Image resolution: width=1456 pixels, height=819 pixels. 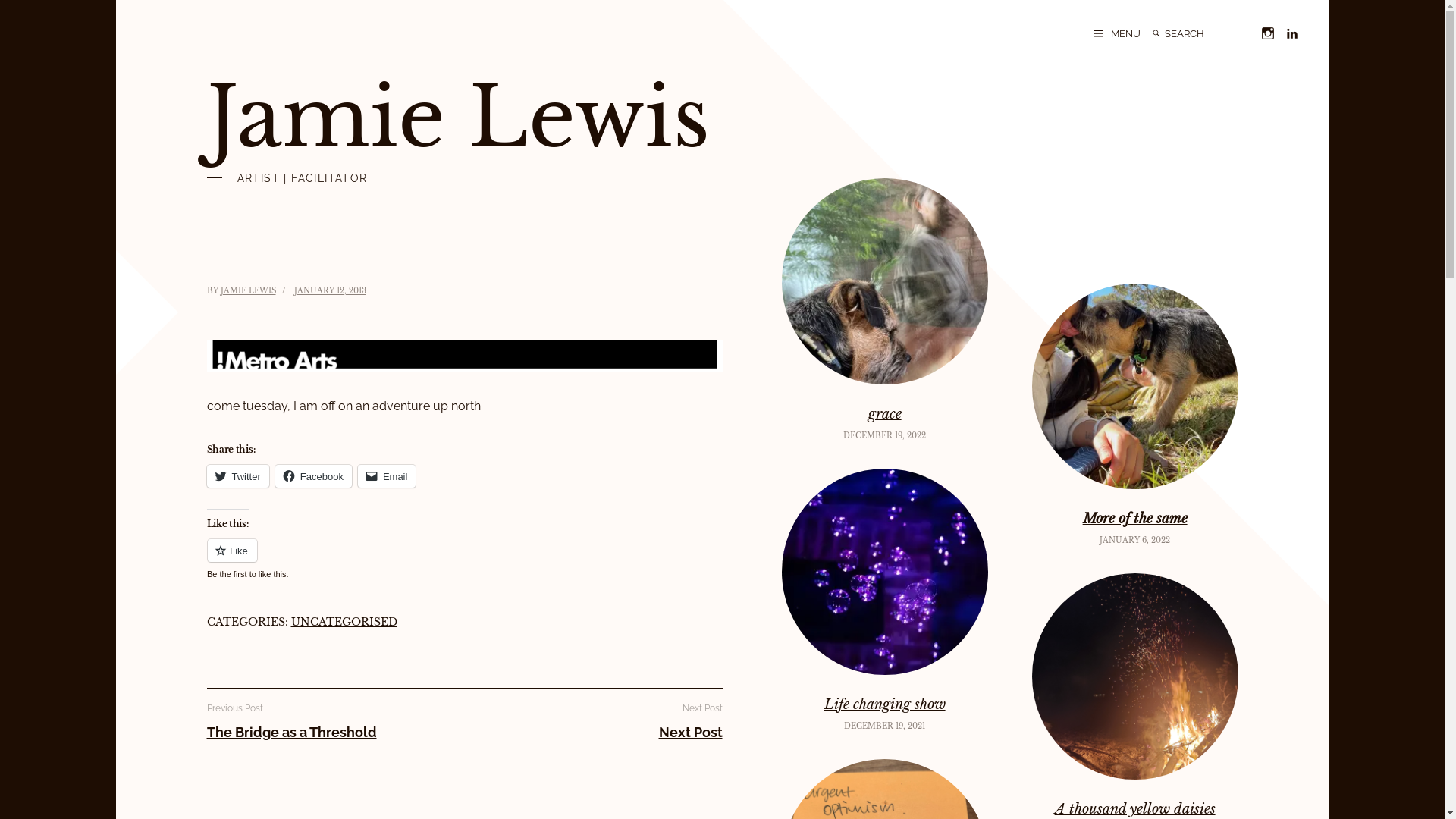 I want to click on 'JANUARY 6, 2022', so click(x=1134, y=539).